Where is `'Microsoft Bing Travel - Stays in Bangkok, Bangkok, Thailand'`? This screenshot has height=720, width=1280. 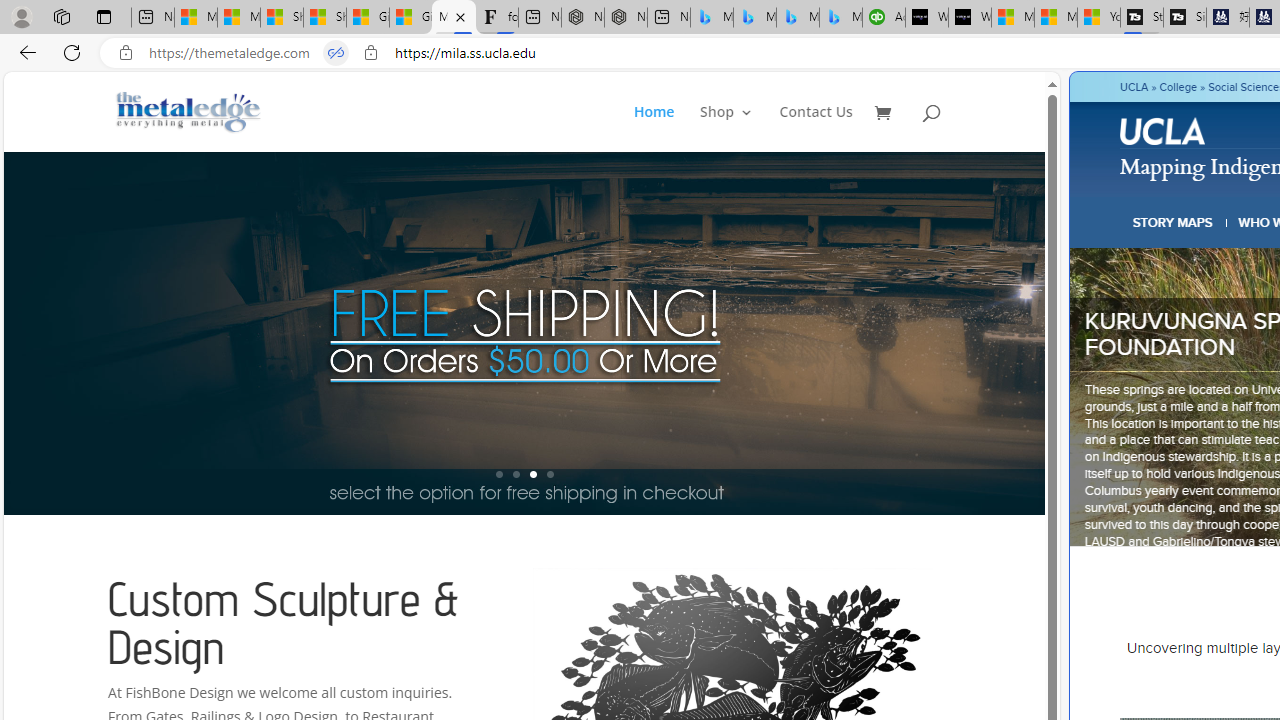
'Microsoft Bing Travel - Stays in Bangkok, Bangkok, Thailand' is located at coordinates (753, 17).